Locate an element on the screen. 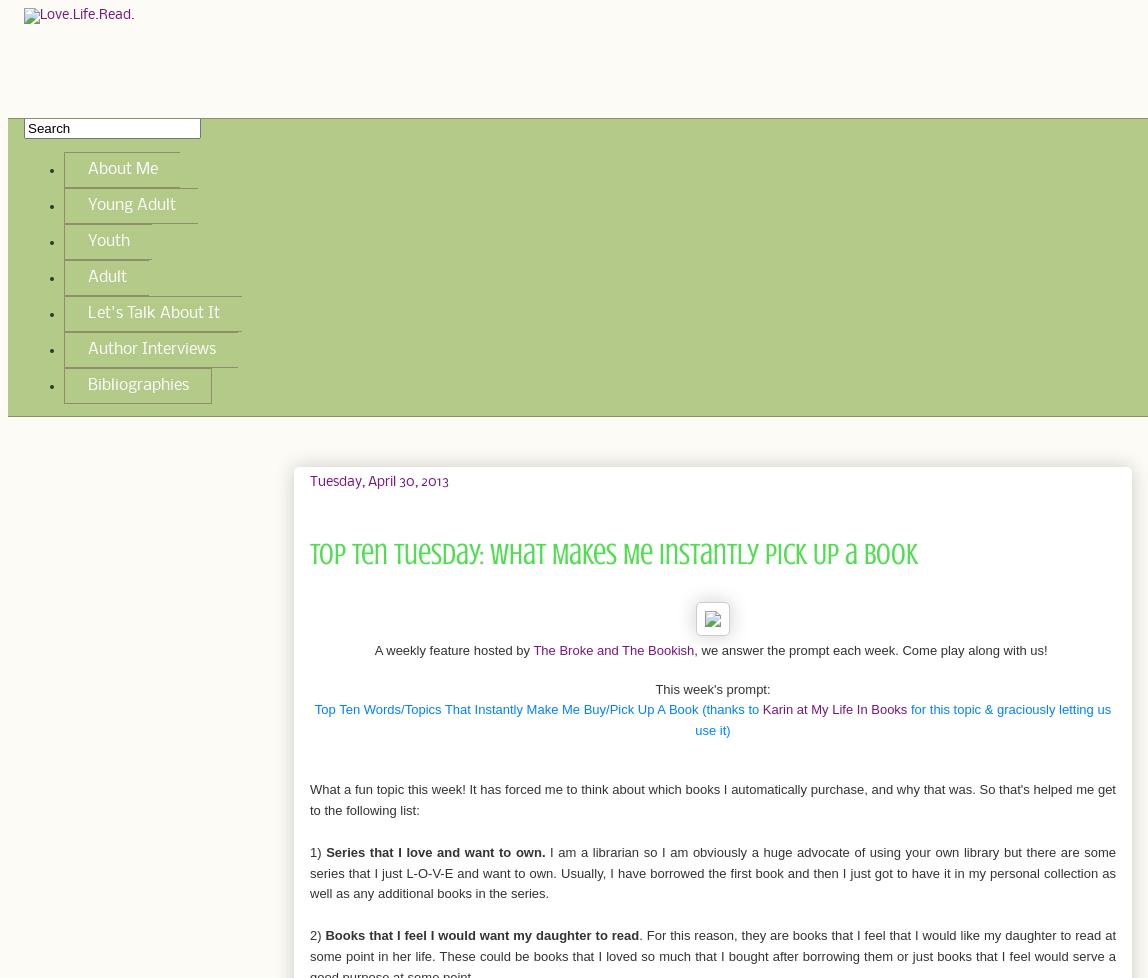  'Author Interviews' is located at coordinates (150, 348).